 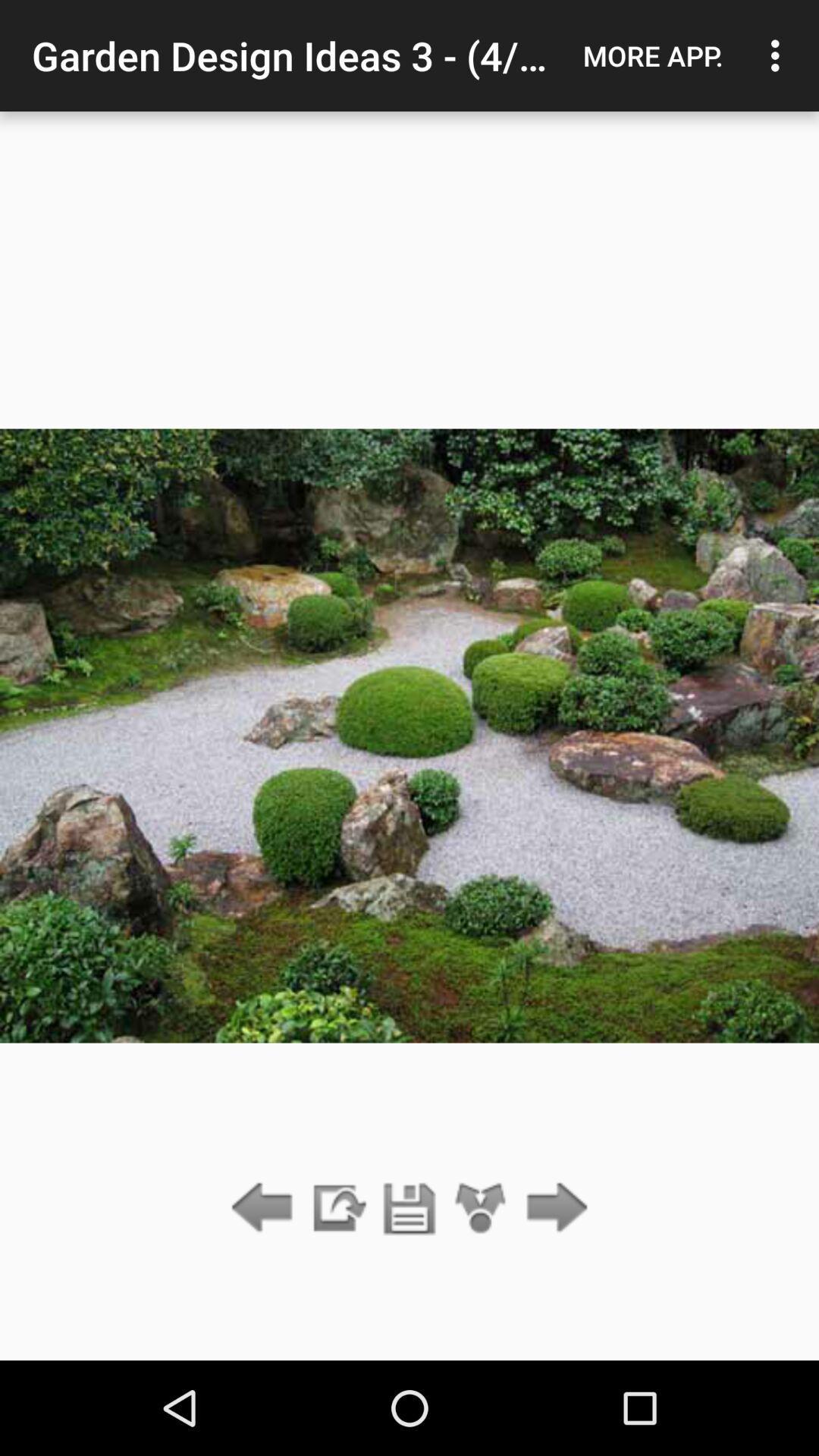 What do you see at coordinates (481, 1208) in the screenshot?
I see `the share icon` at bounding box center [481, 1208].